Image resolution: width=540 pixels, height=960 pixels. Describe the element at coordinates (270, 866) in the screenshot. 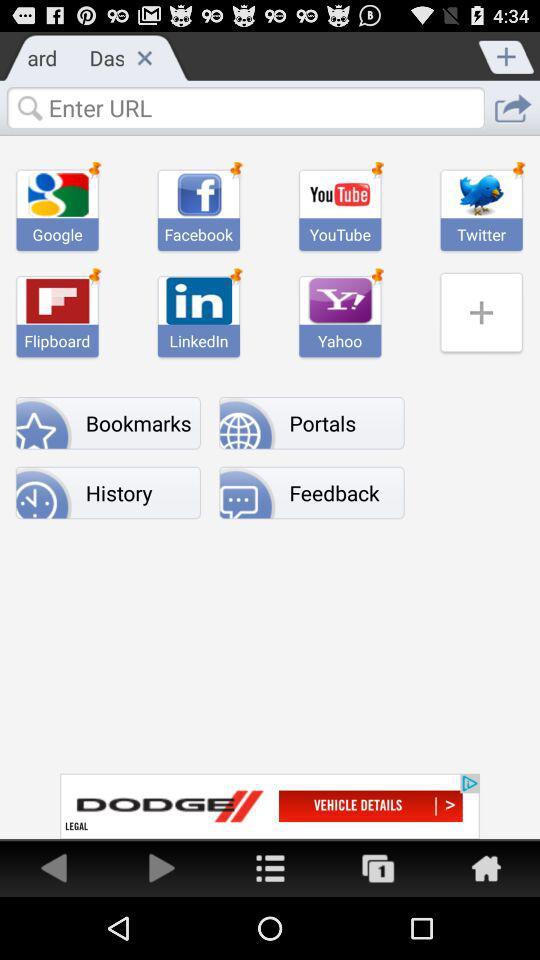

I see `home menu` at that location.